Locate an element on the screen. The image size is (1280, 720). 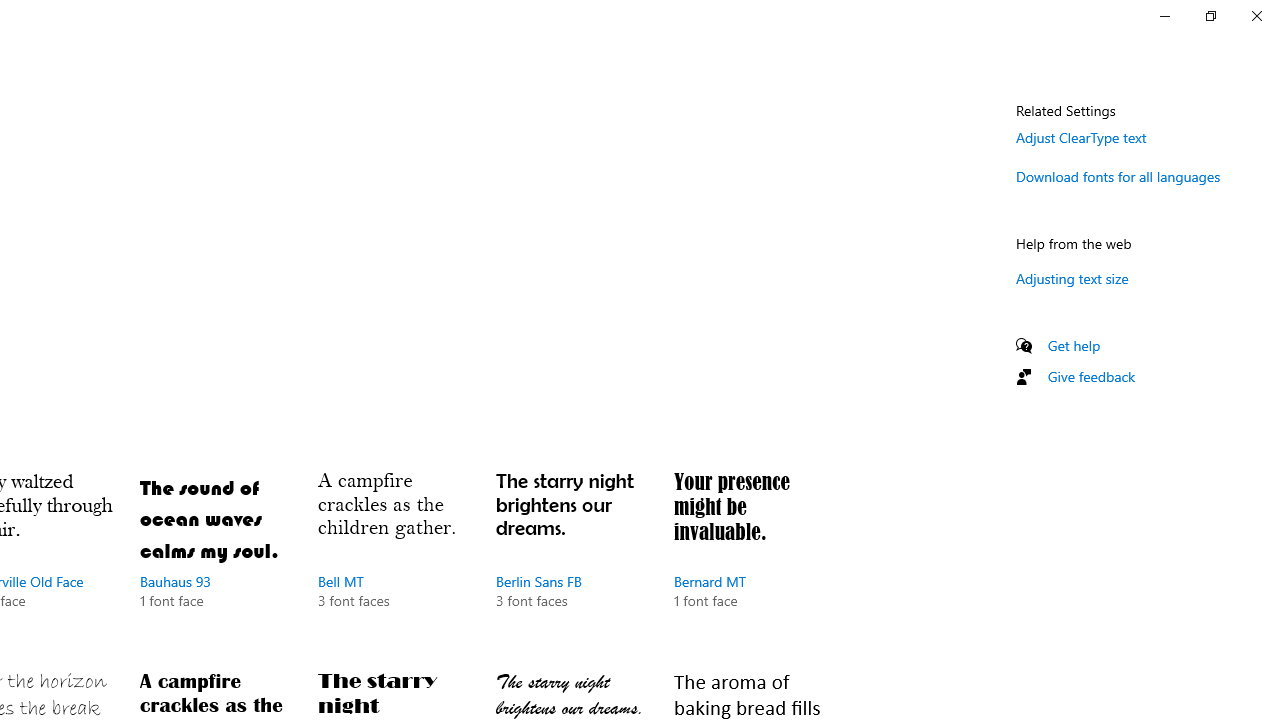
'Adjust ClearType text' is located at coordinates (1080, 136).